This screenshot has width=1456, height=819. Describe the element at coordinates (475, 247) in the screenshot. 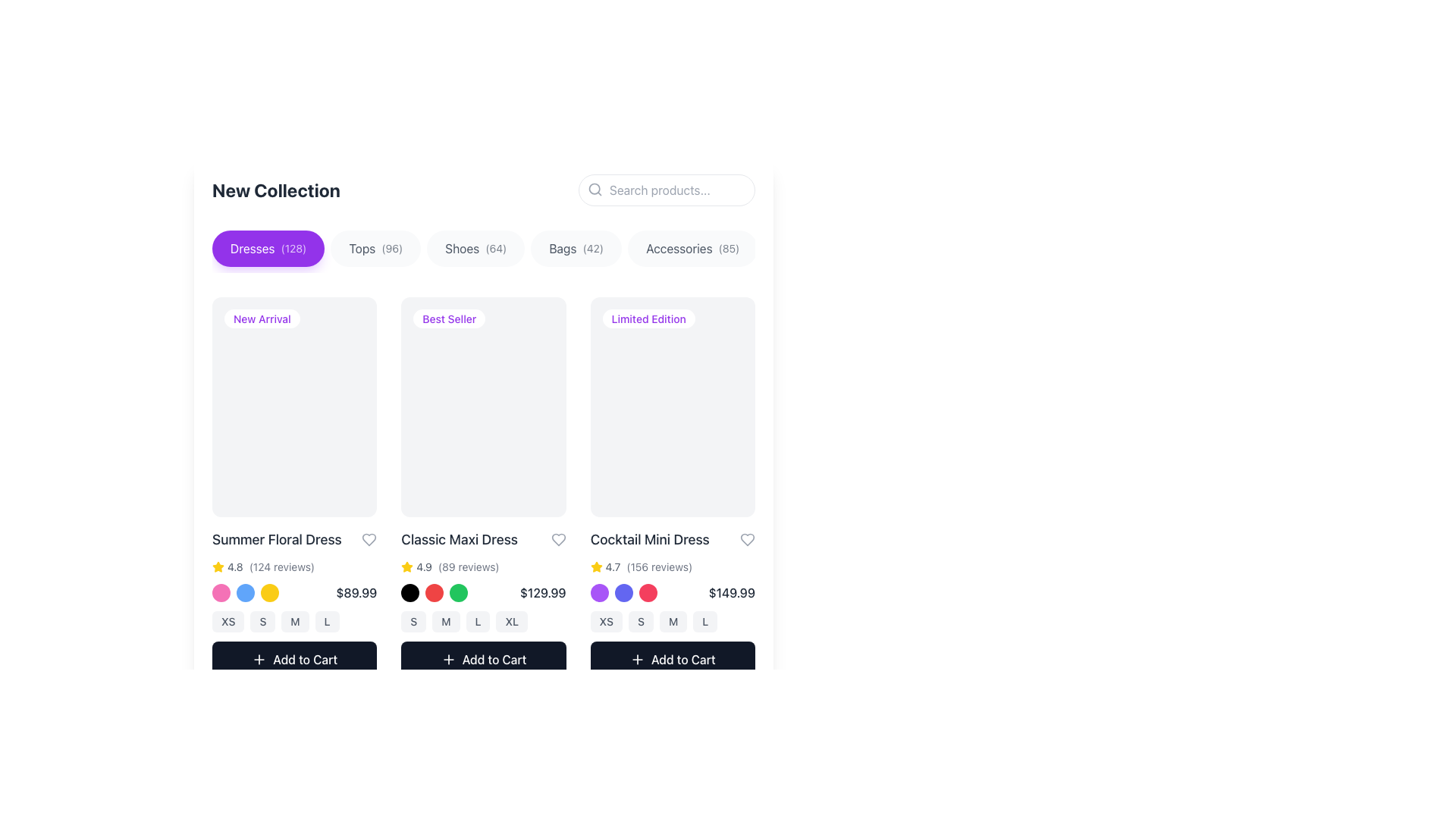

I see `the 'Shoes' category tab` at that location.